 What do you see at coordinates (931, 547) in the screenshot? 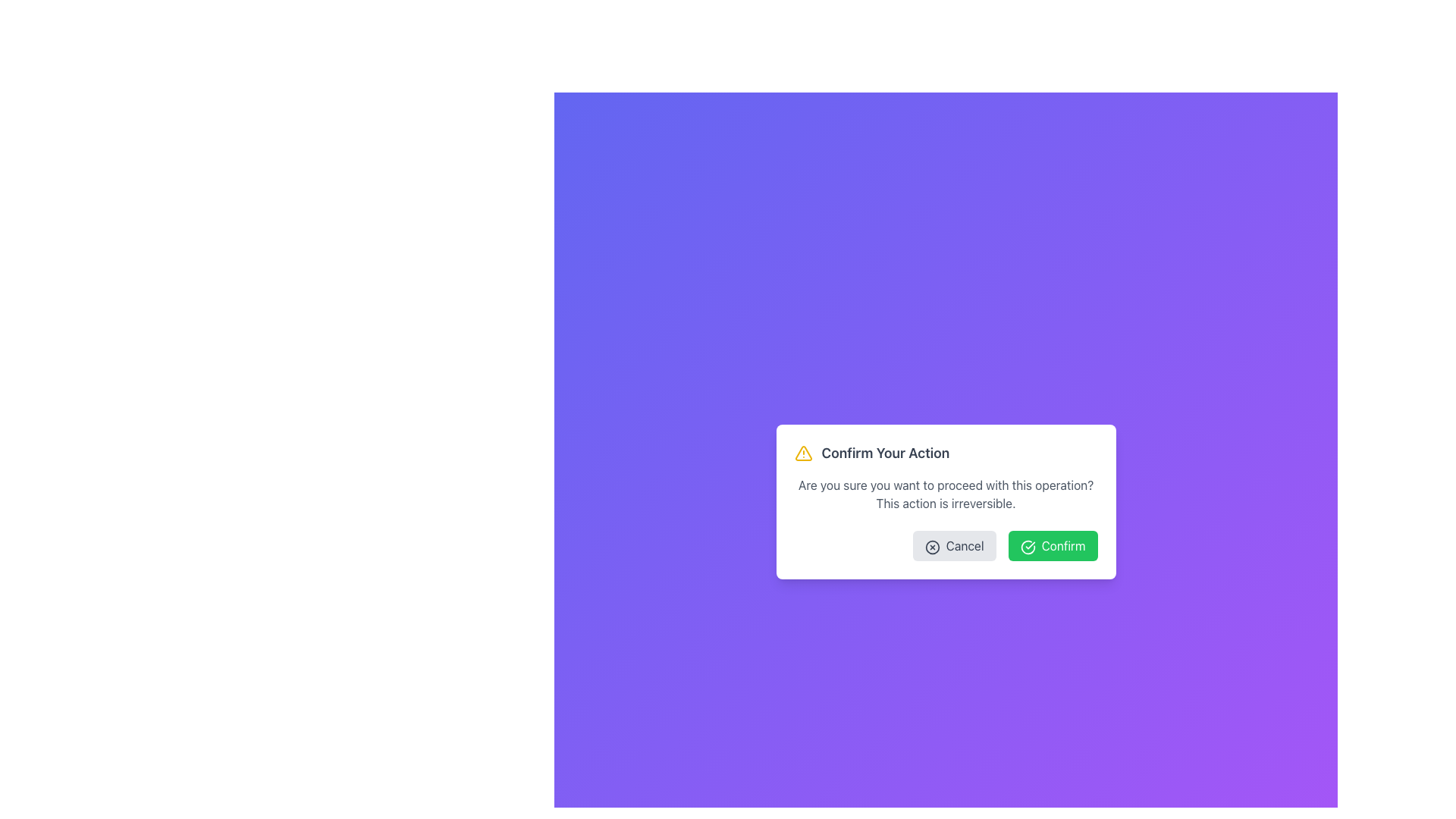
I see `the graphical icon representing cancellation, located inside the 'Cancel' button, aligned to its left side` at bounding box center [931, 547].